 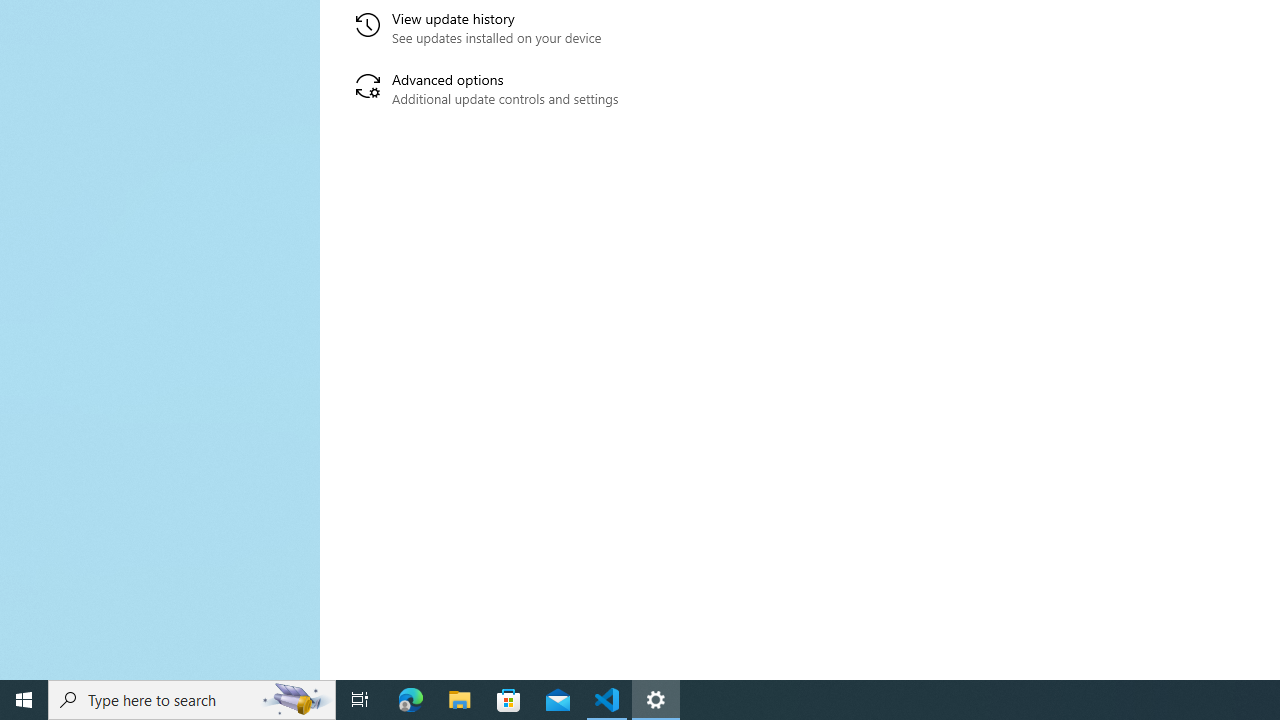 I want to click on 'Settings - 1 running window', so click(x=656, y=698).